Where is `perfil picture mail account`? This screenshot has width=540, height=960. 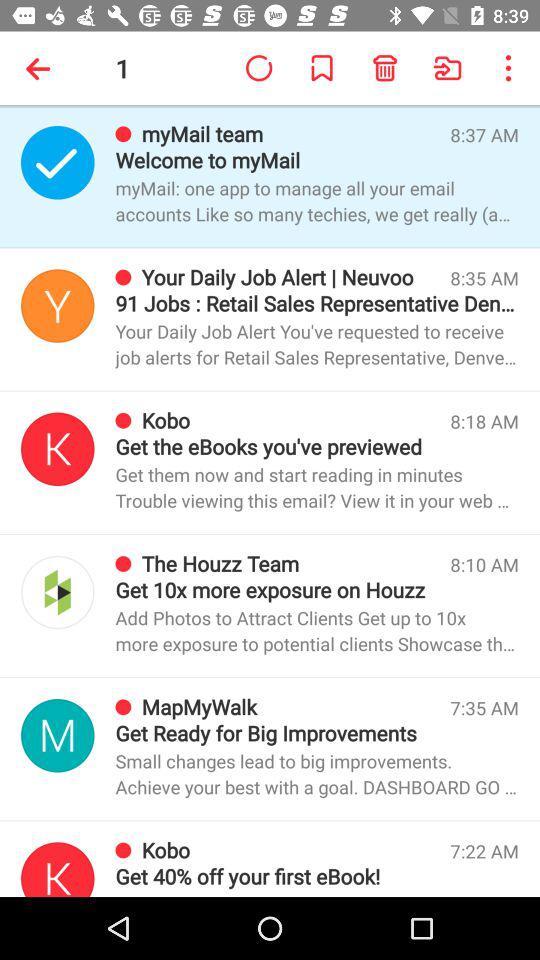 perfil picture mail account is located at coordinates (57, 734).